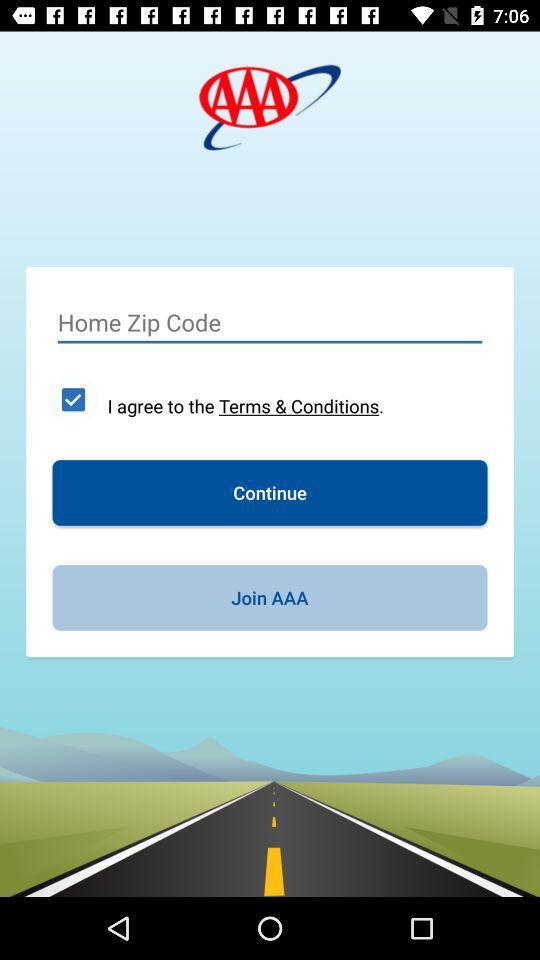 The image size is (540, 960). What do you see at coordinates (270, 597) in the screenshot?
I see `the join aaa icon` at bounding box center [270, 597].